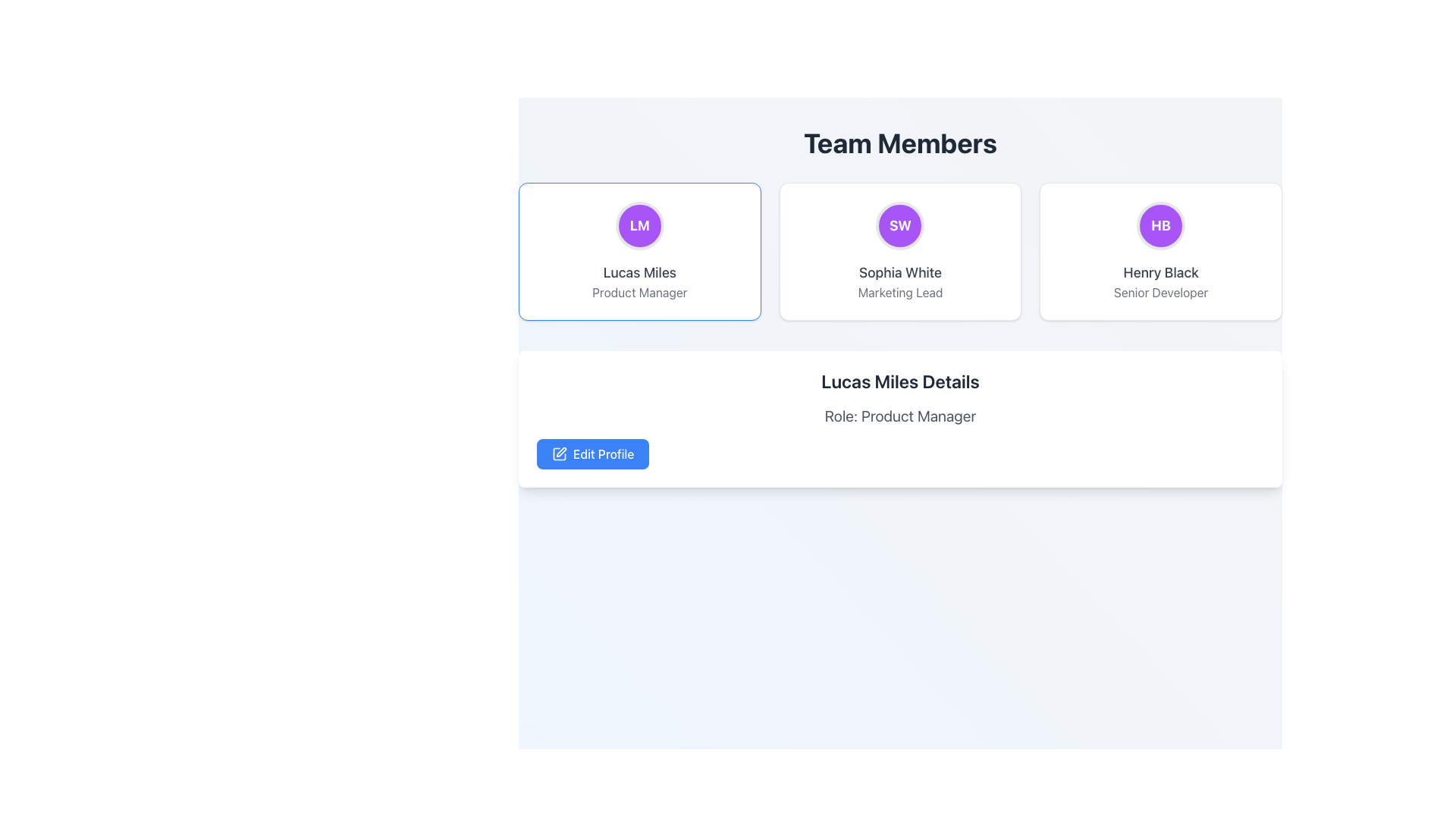 The width and height of the screenshot is (1456, 819). What do you see at coordinates (900, 380) in the screenshot?
I see `the heading text that indicates the content pertains to Lucas Miles, located above the 'Role: Product Manager' text` at bounding box center [900, 380].